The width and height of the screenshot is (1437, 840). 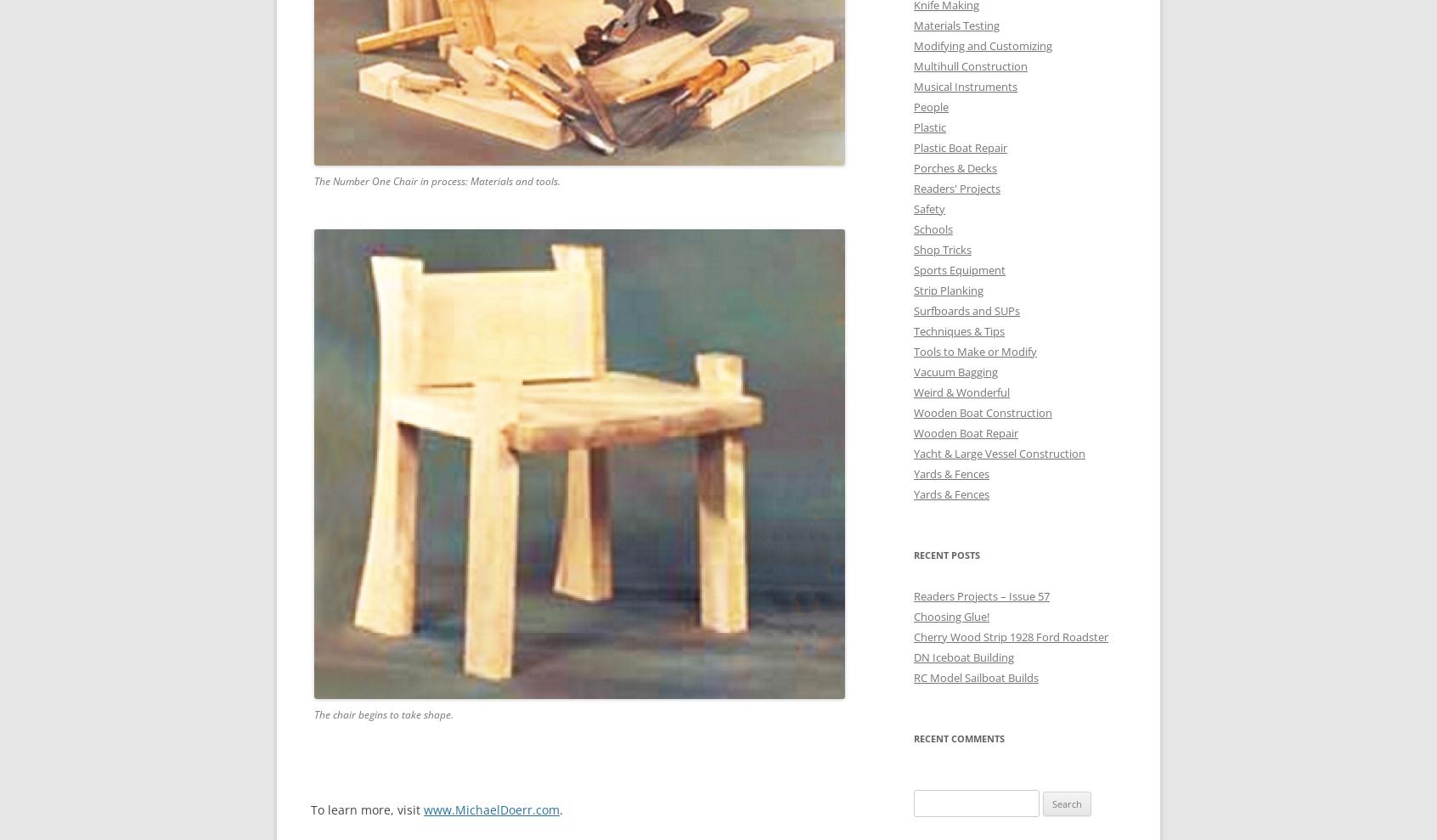 I want to click on 'Wooden Boat Repair', so click(x=965, y=432).